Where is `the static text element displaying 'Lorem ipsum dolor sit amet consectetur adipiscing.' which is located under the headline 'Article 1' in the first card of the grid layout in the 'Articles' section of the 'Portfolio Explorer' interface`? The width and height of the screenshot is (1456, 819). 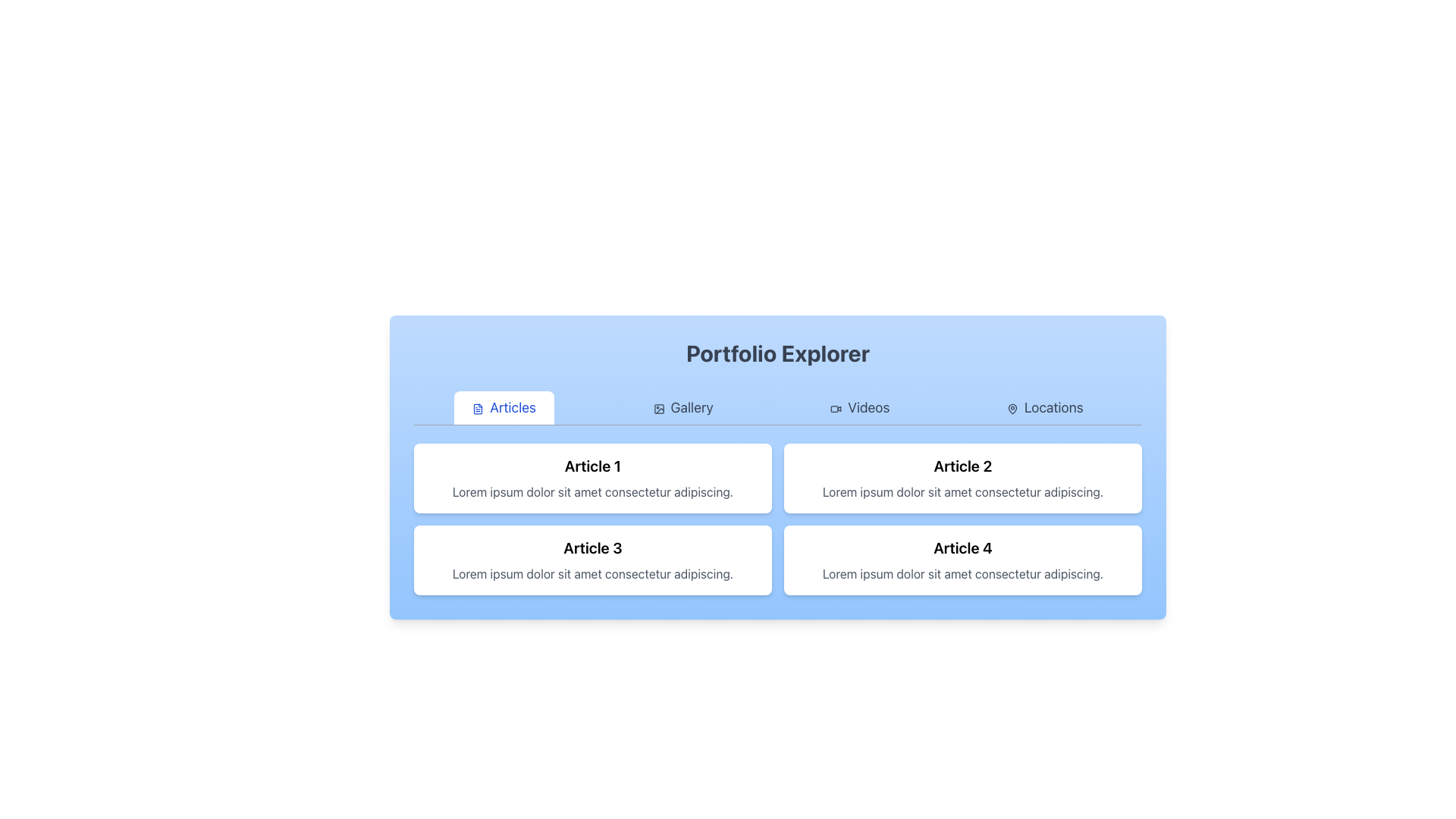 the static text element displaying 'Lorem ipsum dolor sit amet consectetur adipiscing.' which is located under the headline 'Article 1' in the first card of the grid layout in the 'Articles' section of the 'Portfolio Explorer' interface is located at coordinates (592, 491).